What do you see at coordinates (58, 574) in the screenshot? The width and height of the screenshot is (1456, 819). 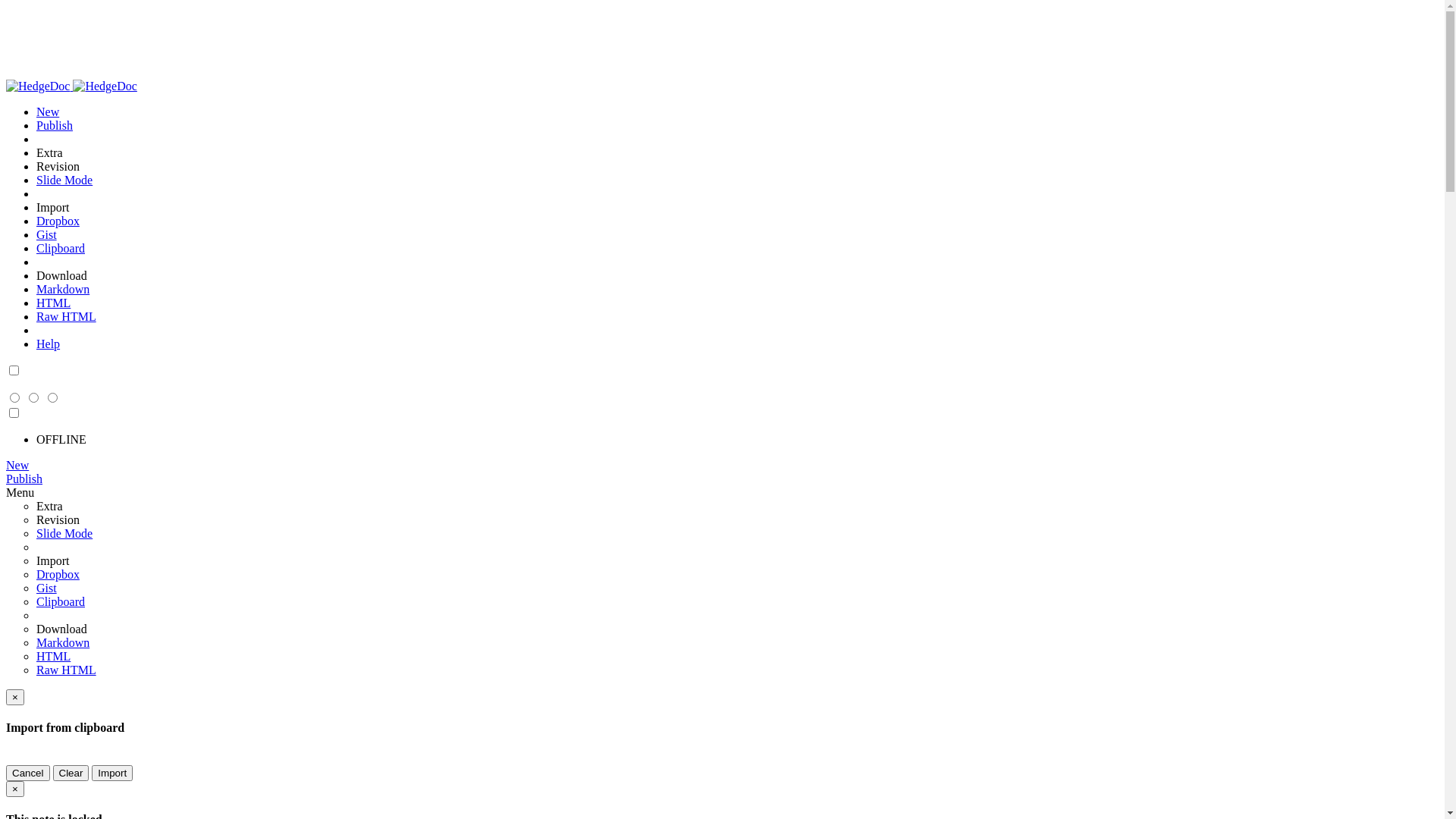 I see `'Dropbox'` at bounding box center [58, 574].